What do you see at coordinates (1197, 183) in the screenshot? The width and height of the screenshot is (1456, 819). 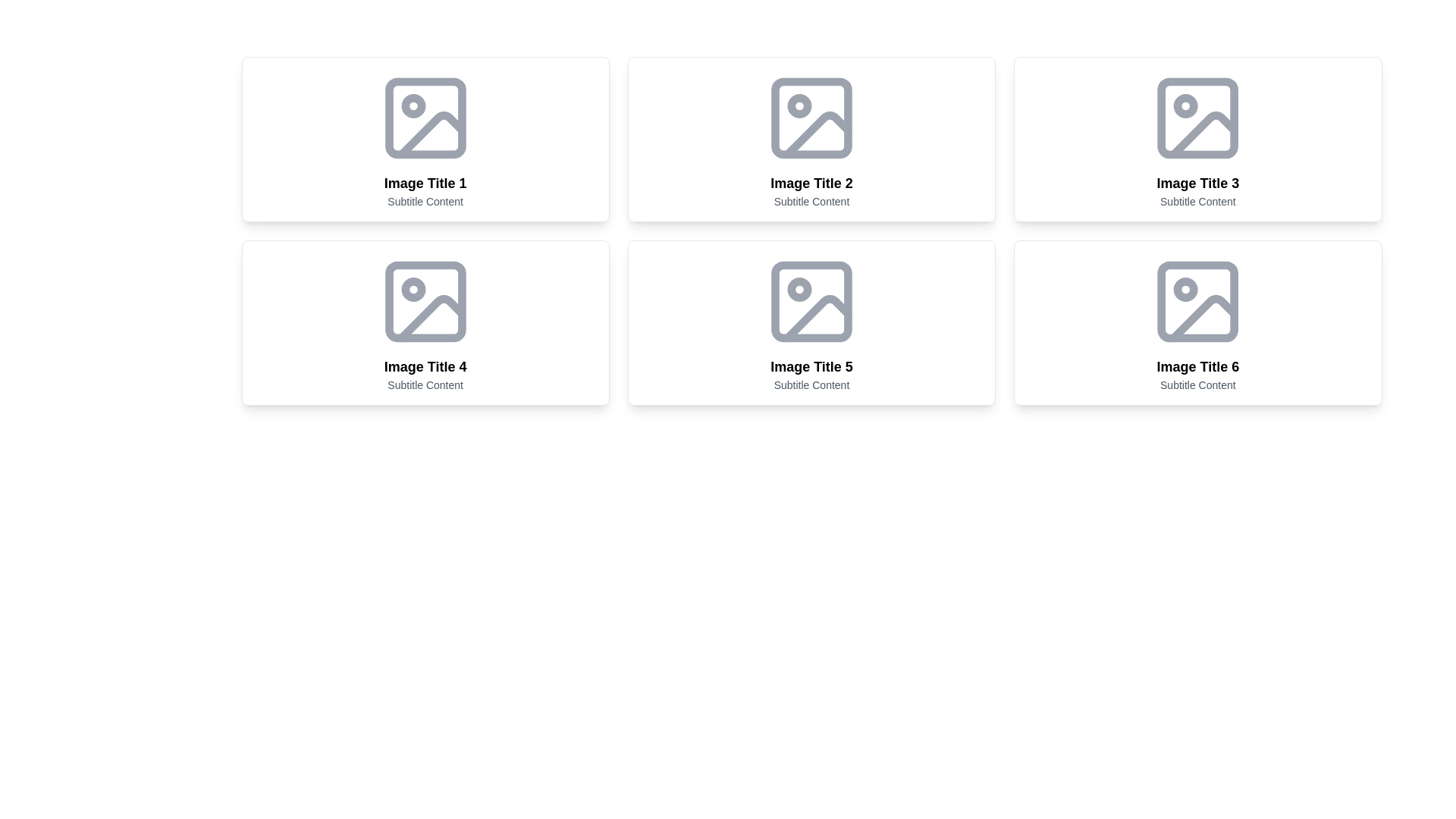 I see `the text label located centrally below the image placeholder in the top-right card of the grid layout` at bounding box center [1197, 183].